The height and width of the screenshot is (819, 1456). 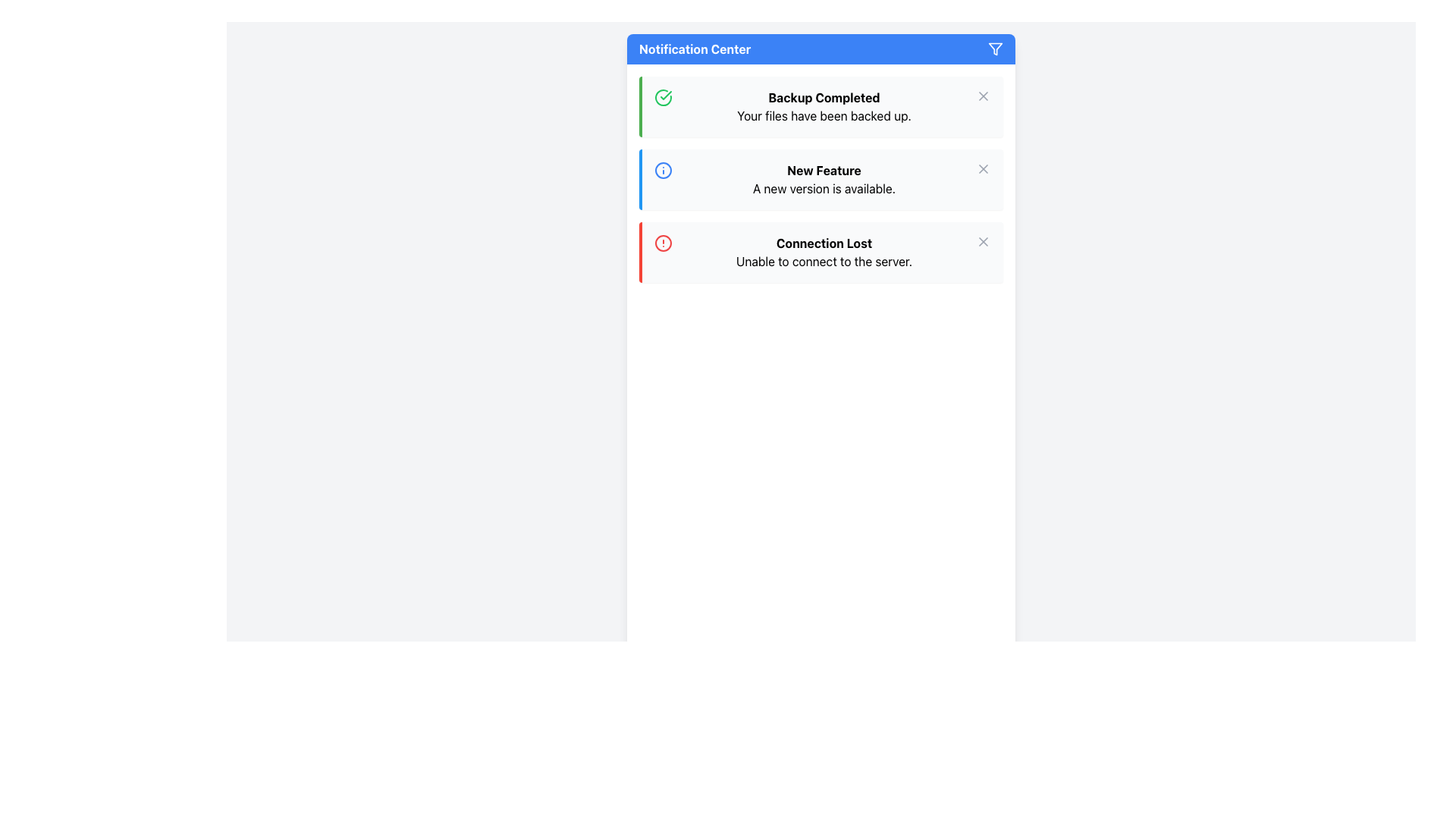 What do you see at coordinates (996, 49) in the screenshot?
I see `the Funnel Icon located in the blue header labeled 'Notification Center'` at bounding box center [996, 49].